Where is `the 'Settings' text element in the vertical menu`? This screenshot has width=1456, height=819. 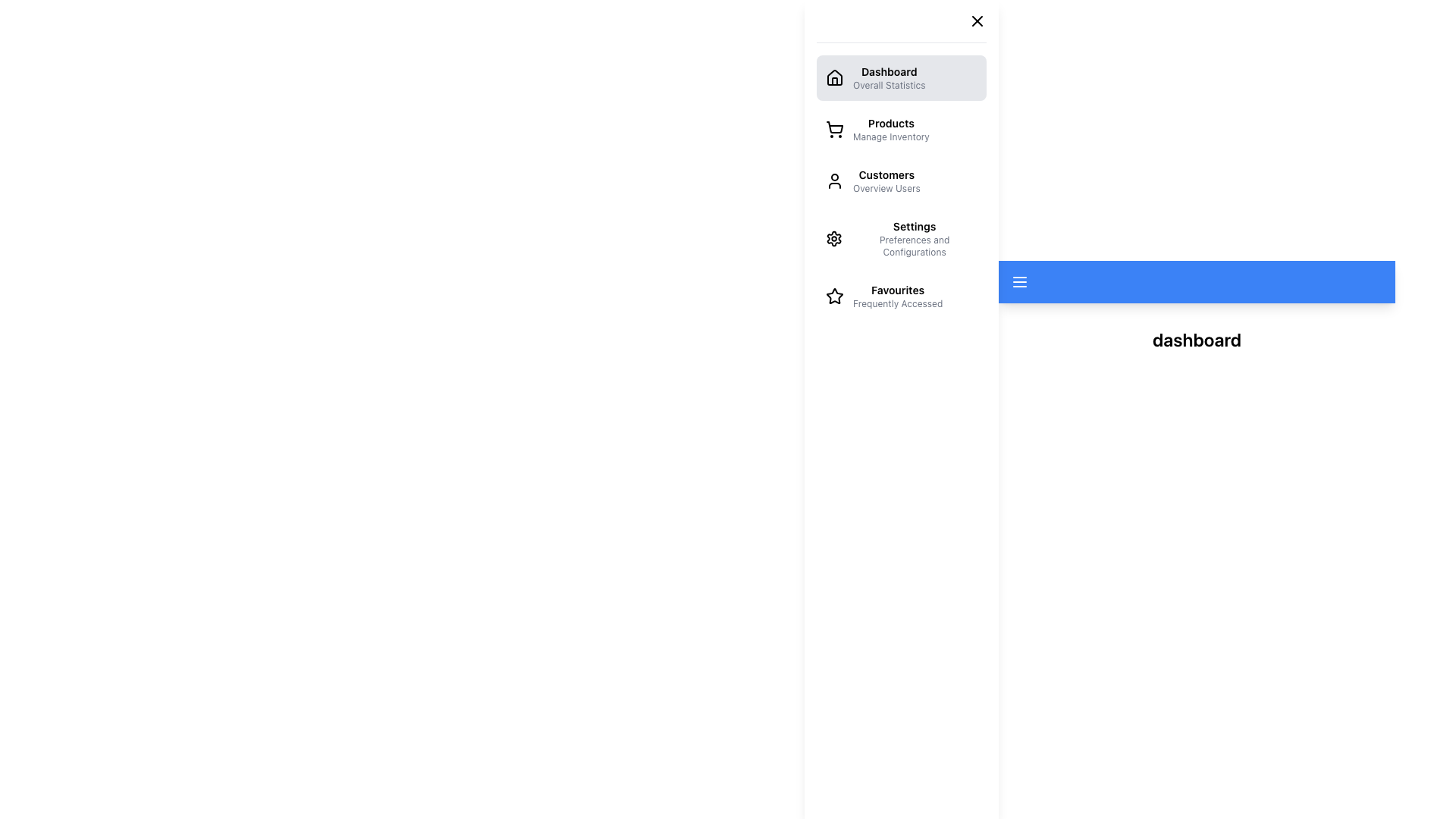 the 'Settings' text element in the vertical menu is located at coordinates (913, 227).